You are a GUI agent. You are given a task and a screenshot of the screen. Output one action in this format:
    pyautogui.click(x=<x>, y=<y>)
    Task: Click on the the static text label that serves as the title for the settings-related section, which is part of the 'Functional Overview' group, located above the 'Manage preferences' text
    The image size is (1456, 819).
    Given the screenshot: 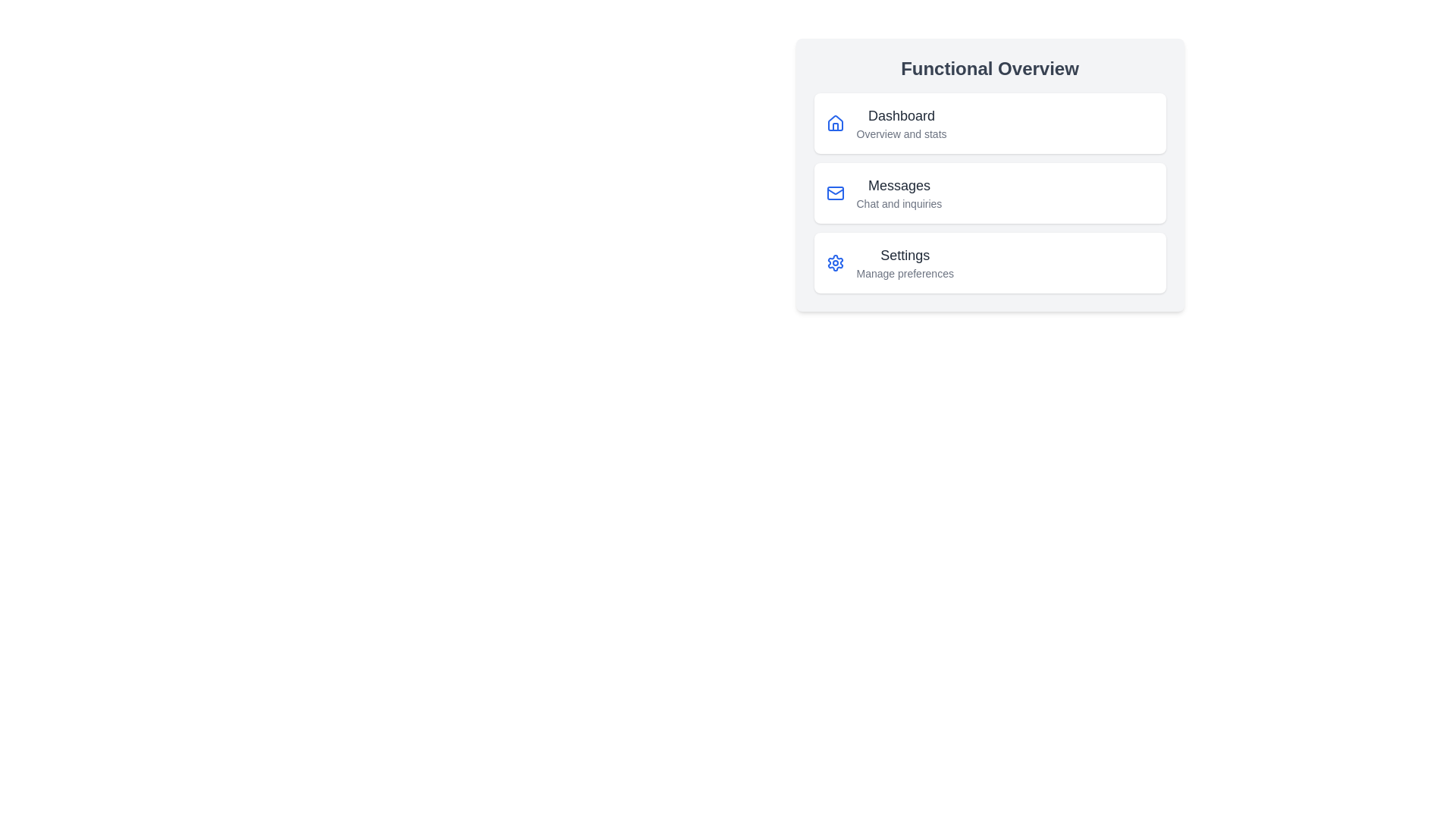 What is the action you would take?
    pyautogui.click(x=905, y=254)
    